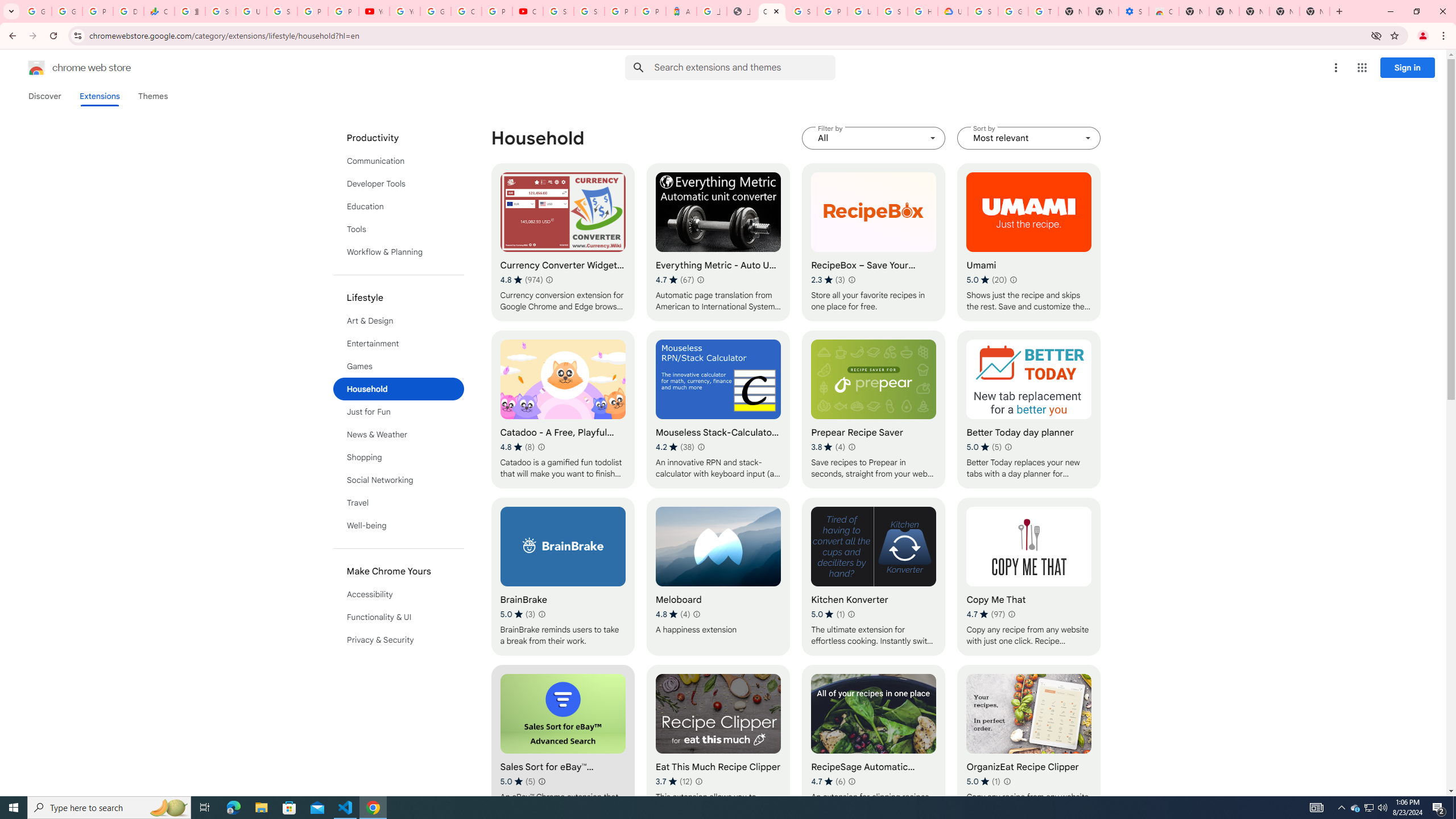 This screenshot has width=1456, height=819. What do you see at coordinates (152, 96) in the screenshot?
I see `'Themes'` at bounding box center [152, 96].